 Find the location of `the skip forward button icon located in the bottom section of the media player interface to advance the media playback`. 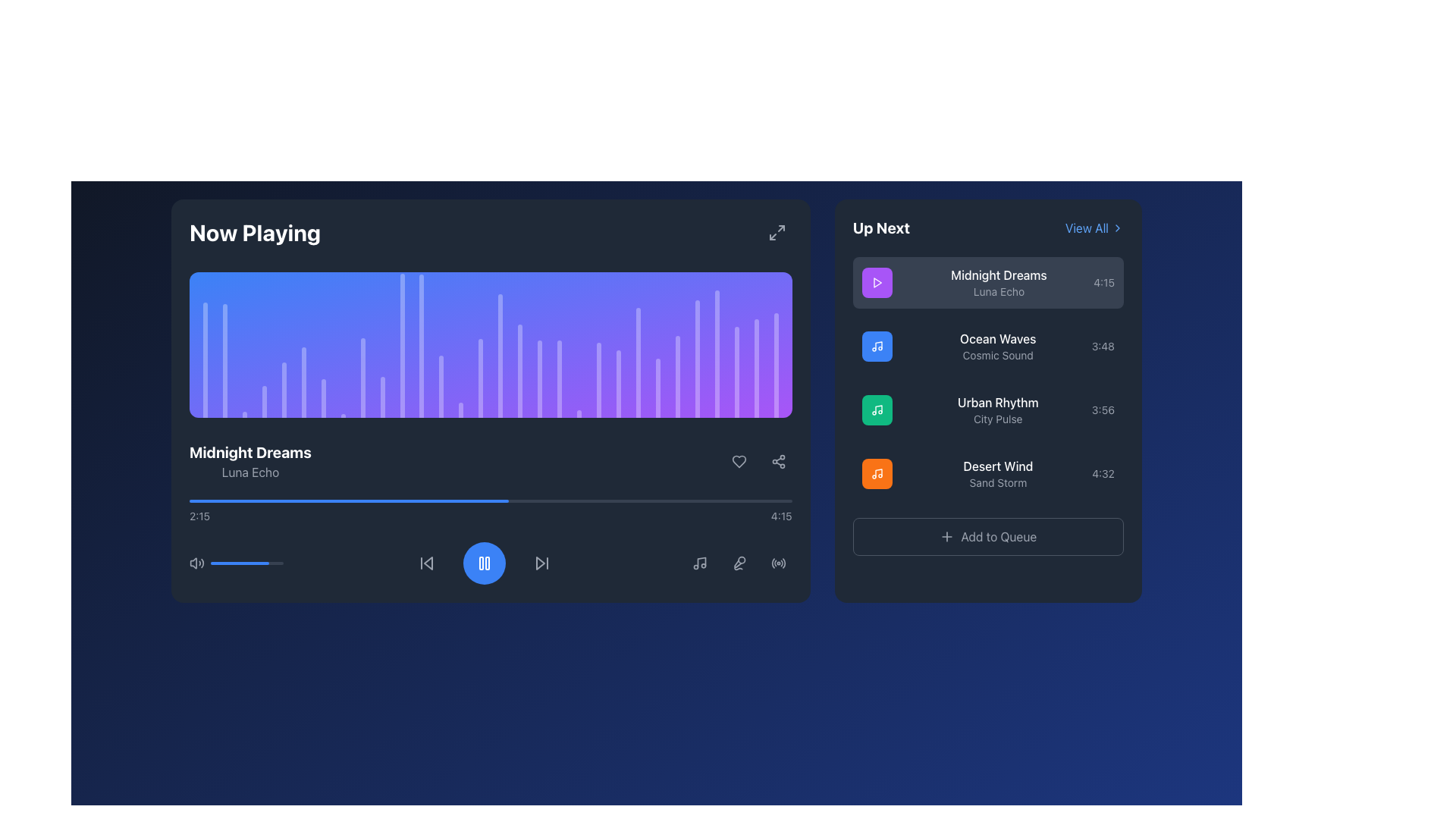

the skip forward button icon located in the bottom section of the media player interface to advance the media playback is located at coordinates (542, 563).